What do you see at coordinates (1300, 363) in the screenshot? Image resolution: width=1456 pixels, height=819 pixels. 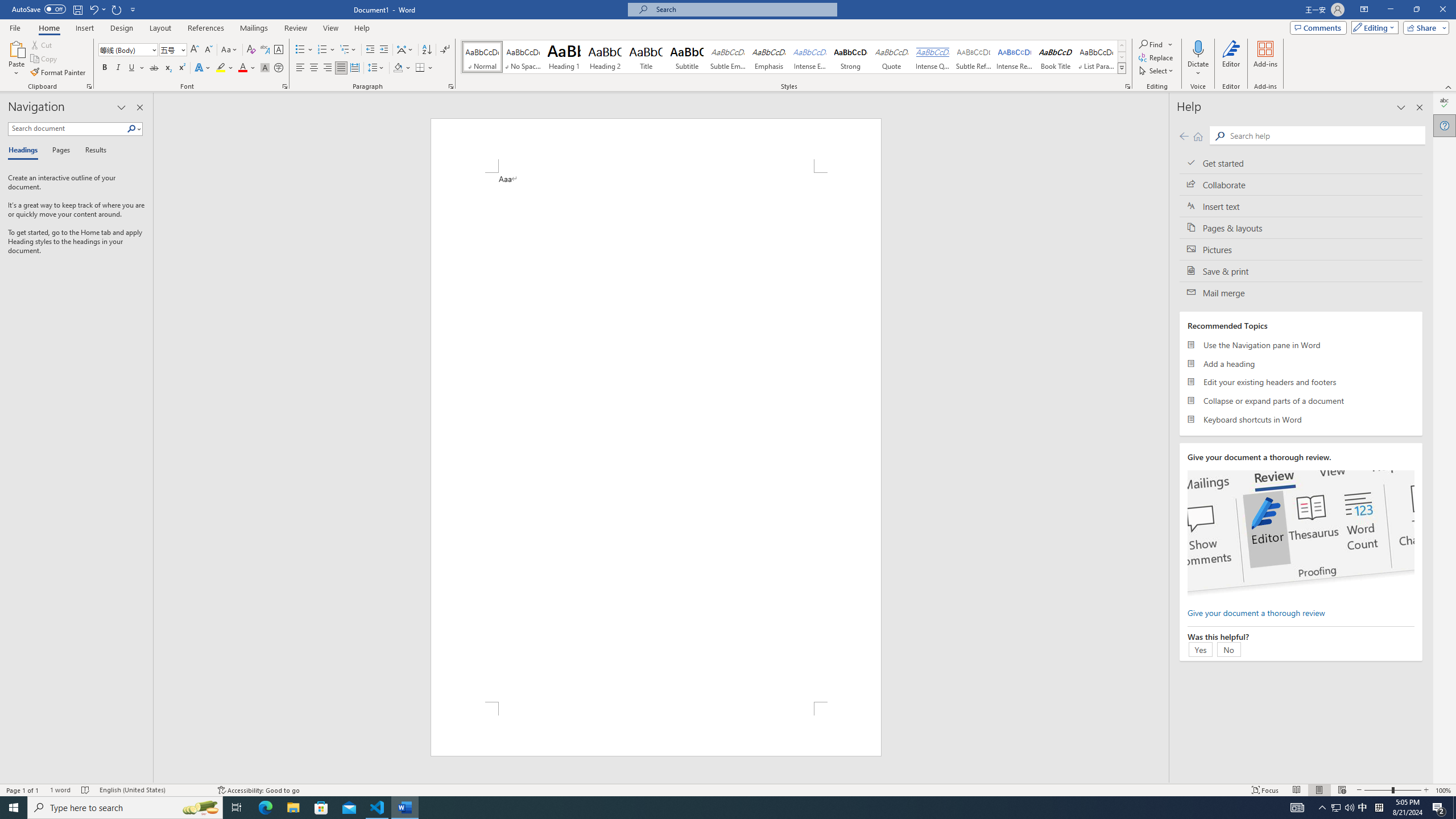 I see `'Add a heading'` at bounding box center [1300, 363].